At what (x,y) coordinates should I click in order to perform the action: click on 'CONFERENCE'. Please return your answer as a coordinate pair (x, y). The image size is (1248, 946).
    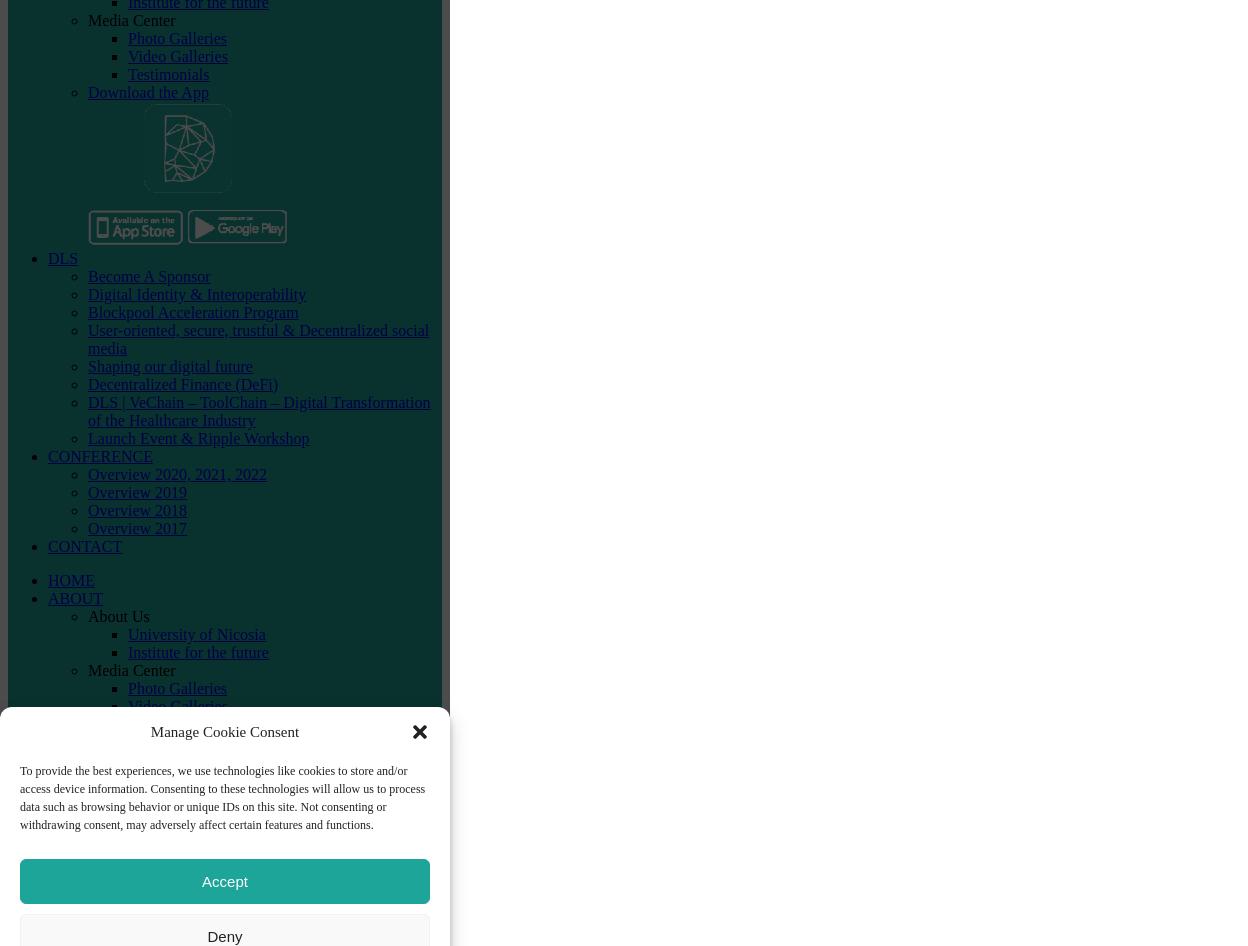
    Looking at the image, I should click on (48, 454).